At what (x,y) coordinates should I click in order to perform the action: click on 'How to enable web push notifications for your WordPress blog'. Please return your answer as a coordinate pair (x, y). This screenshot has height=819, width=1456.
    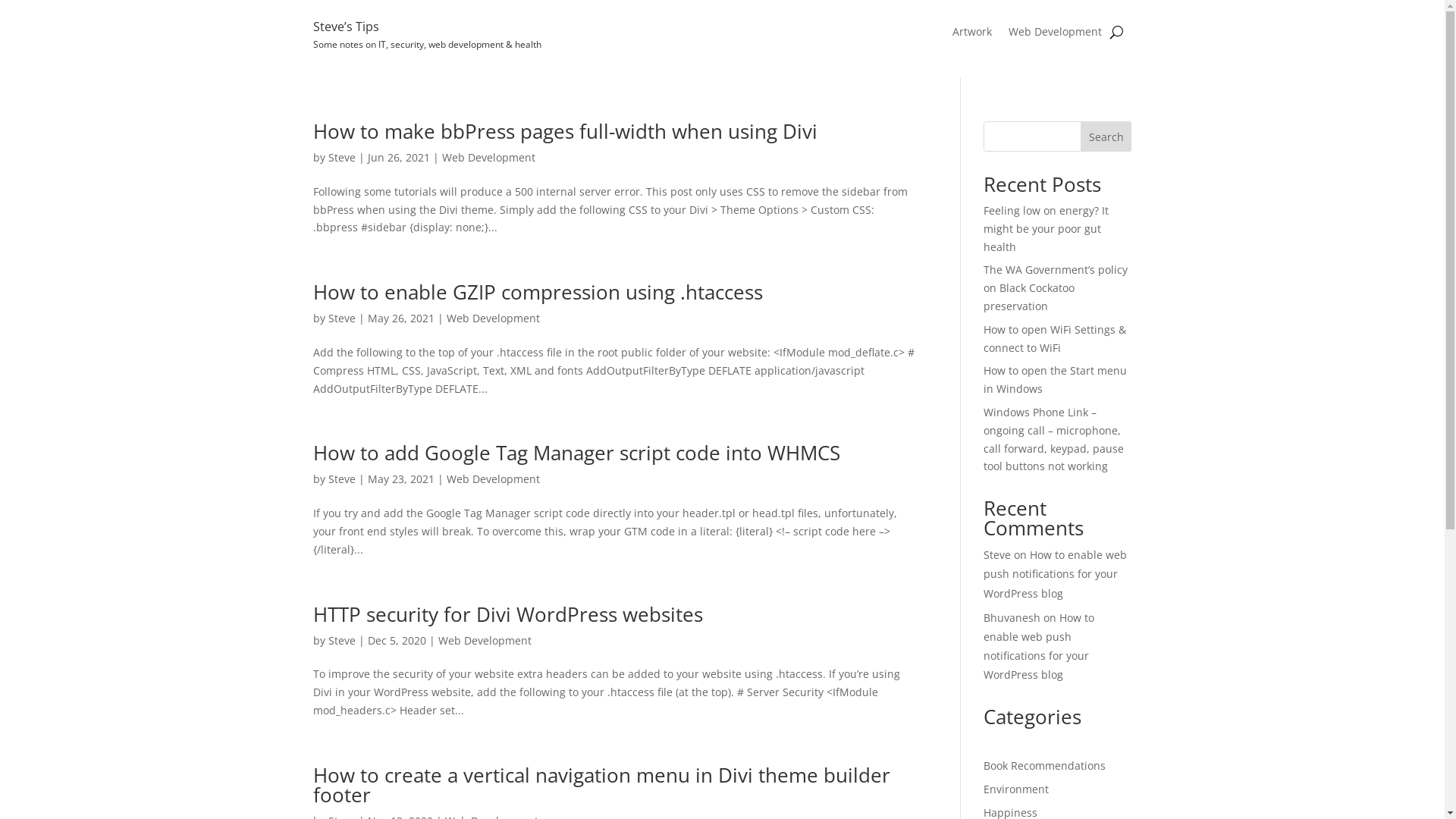
    Looking at the image, I should click on (1054, 573).